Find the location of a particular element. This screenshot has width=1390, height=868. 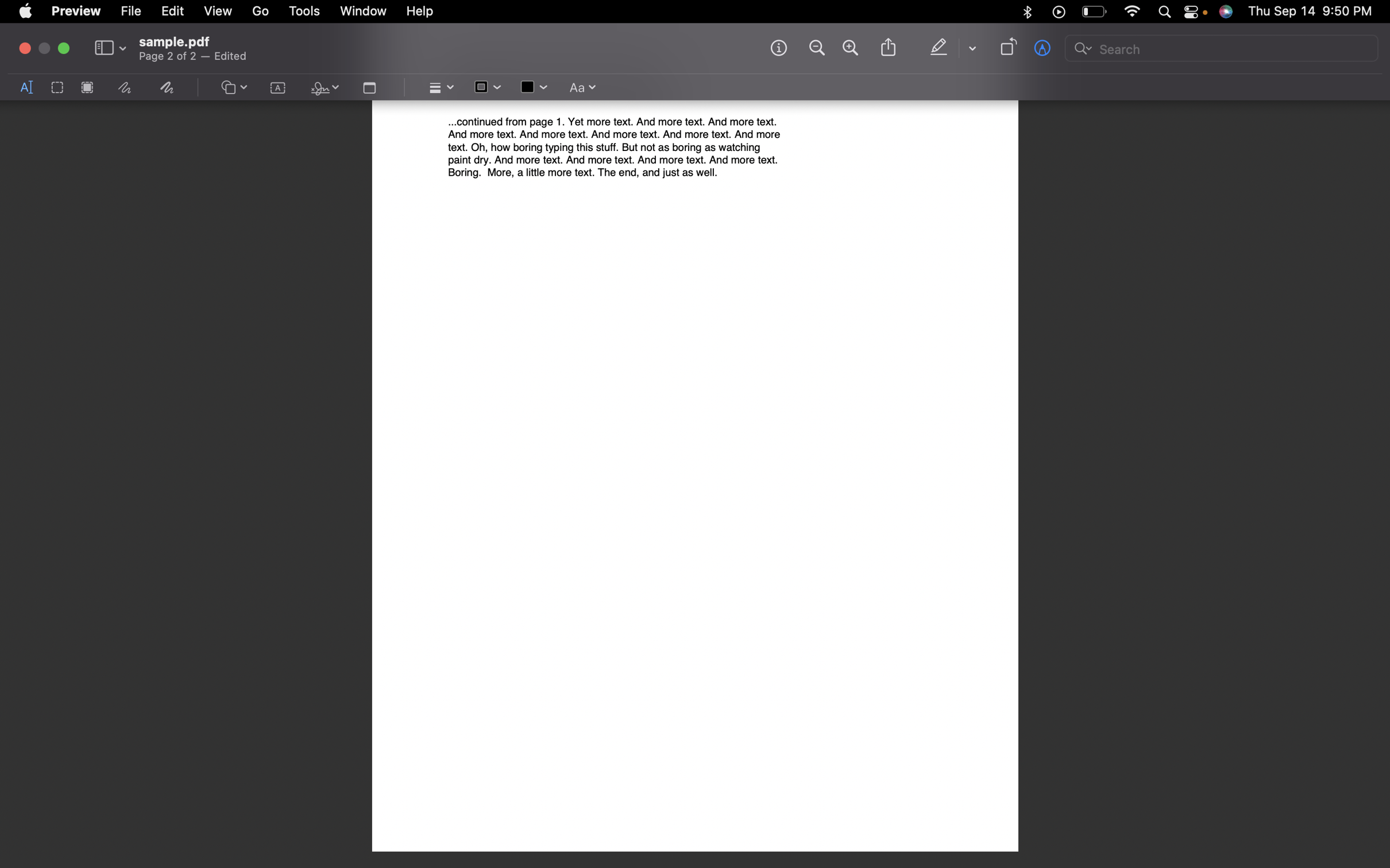

everything present on the screen by dragging from the start to end is located at coordinates (1999515, 200074).